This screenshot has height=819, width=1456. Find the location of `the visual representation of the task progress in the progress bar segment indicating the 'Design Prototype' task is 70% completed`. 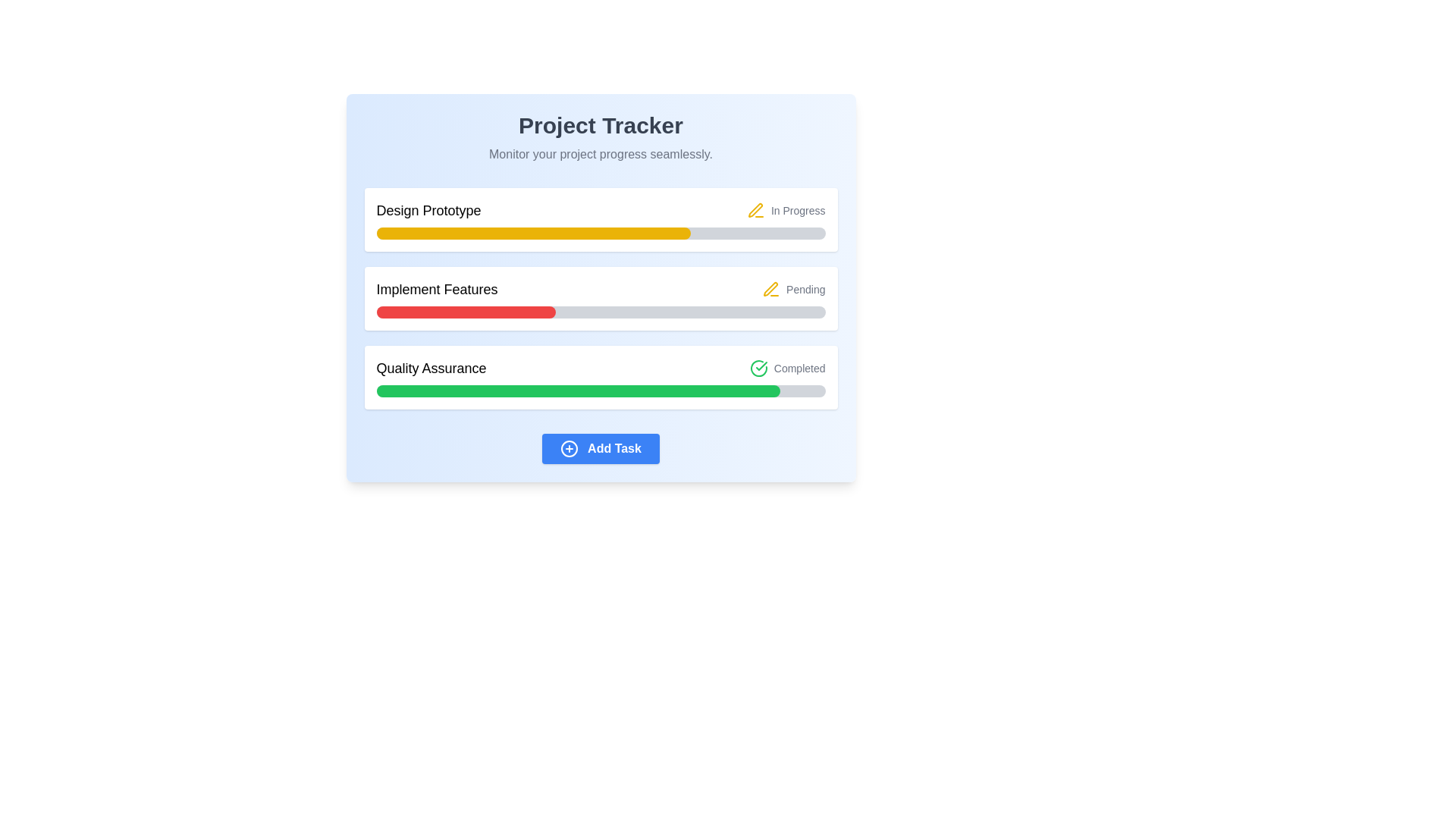

the visual representation of the task progress in the progress bar segment indicating the 'Design Prototype' task is 70% completed is located at coordinates (533, 234).